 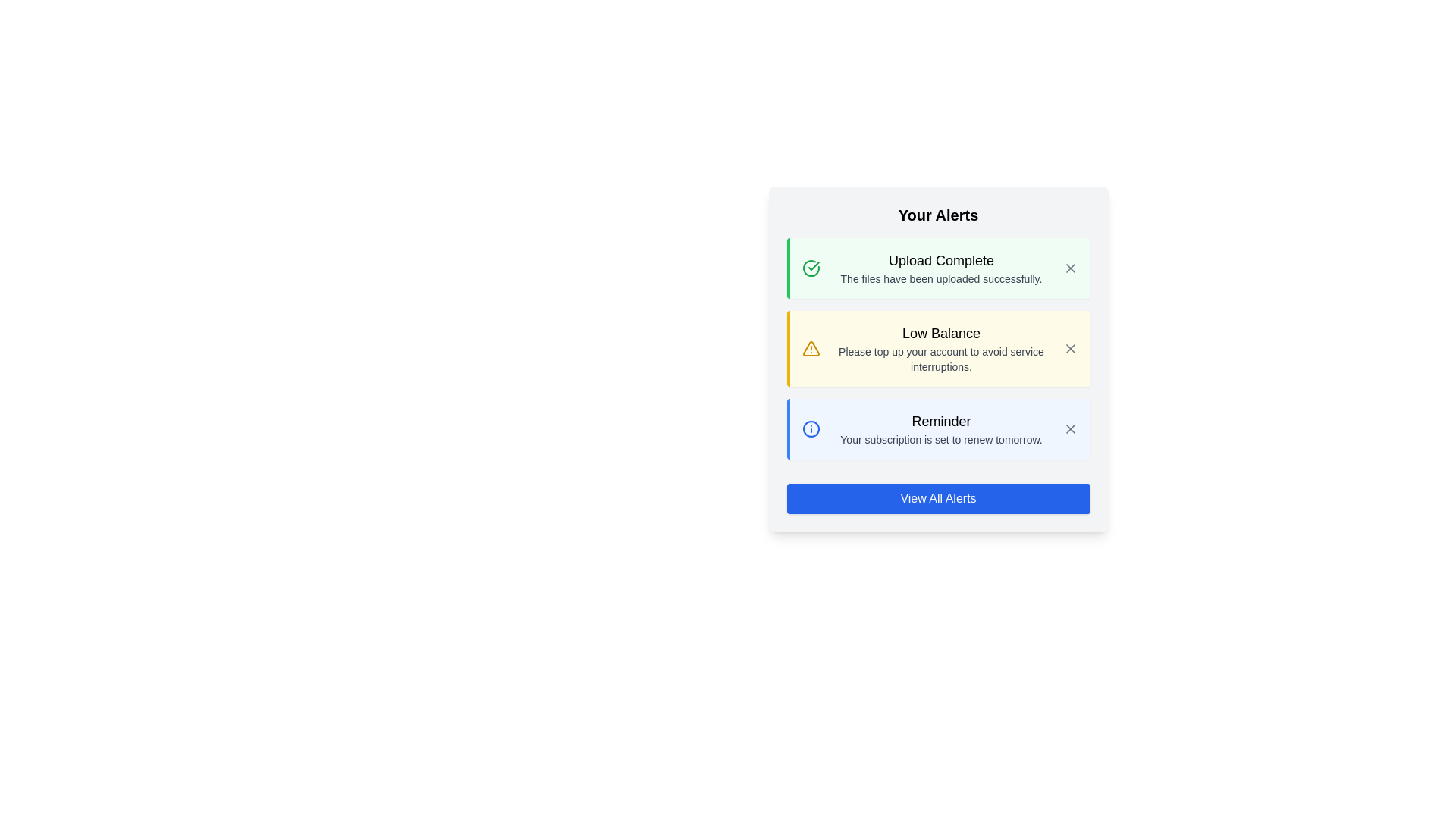 I want to click on the text label that informs the user about the account's low balance, which is located within a notification-style card under the 'Low Balance' title, so click(x=940, y=359).